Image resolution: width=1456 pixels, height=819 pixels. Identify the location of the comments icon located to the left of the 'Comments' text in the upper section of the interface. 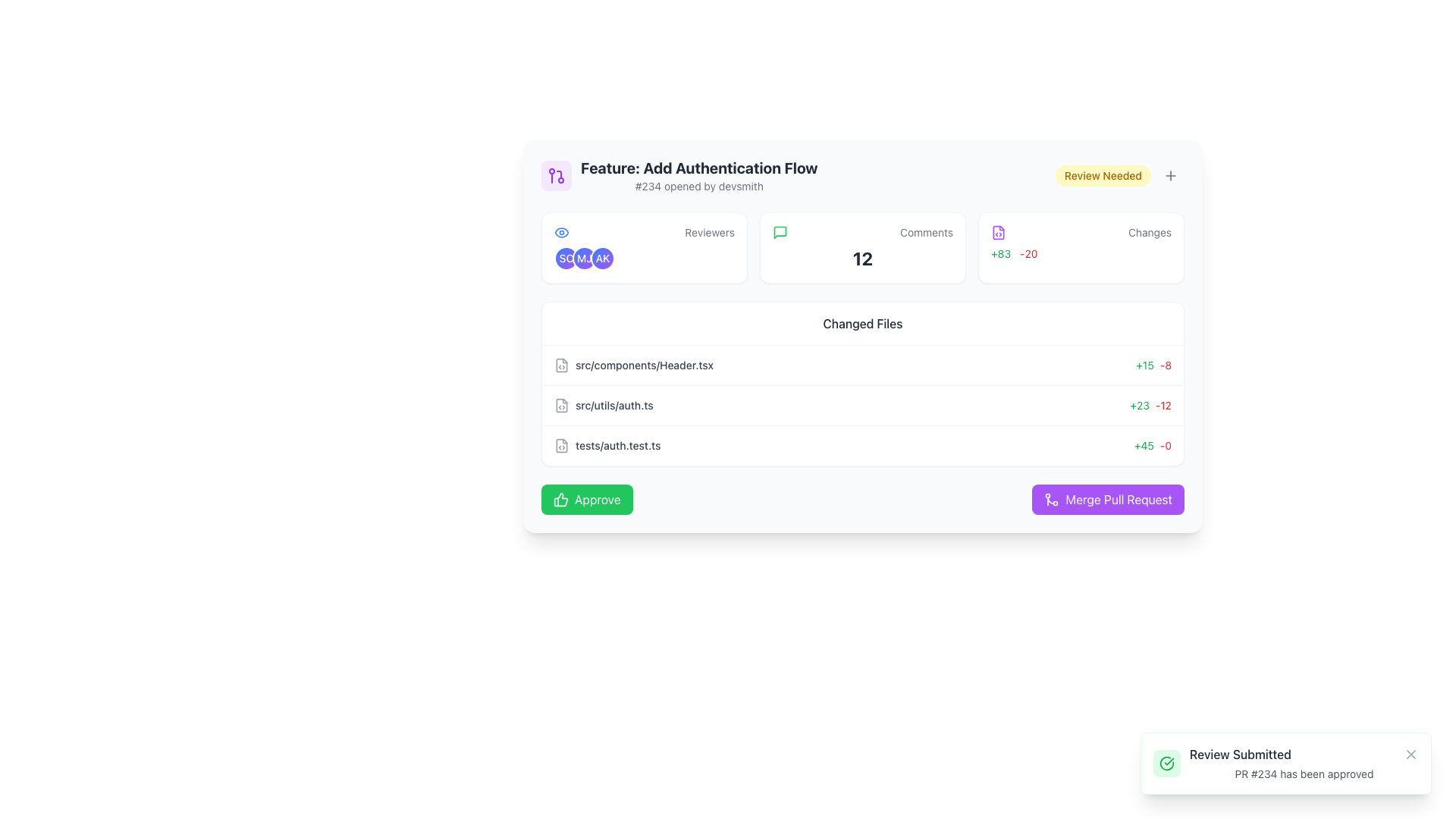
(780, 233).